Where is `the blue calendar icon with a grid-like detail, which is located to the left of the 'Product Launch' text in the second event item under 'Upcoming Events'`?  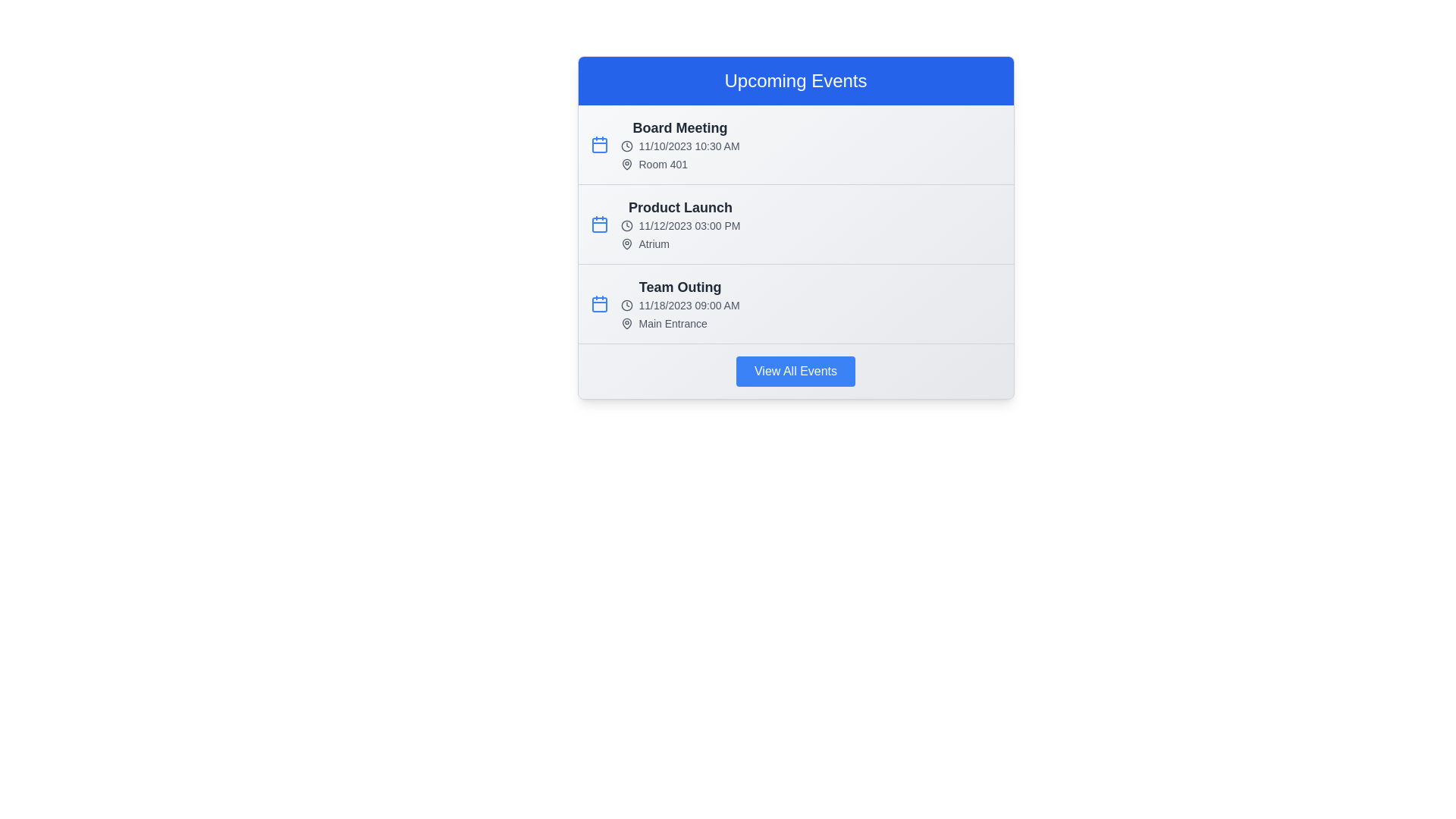
the blue calendar icon with a grid-like detail, which is located to the left of the 'Product Launch' text in the second event item under 'Upcoming Events' is located at coordinates (598, 224).